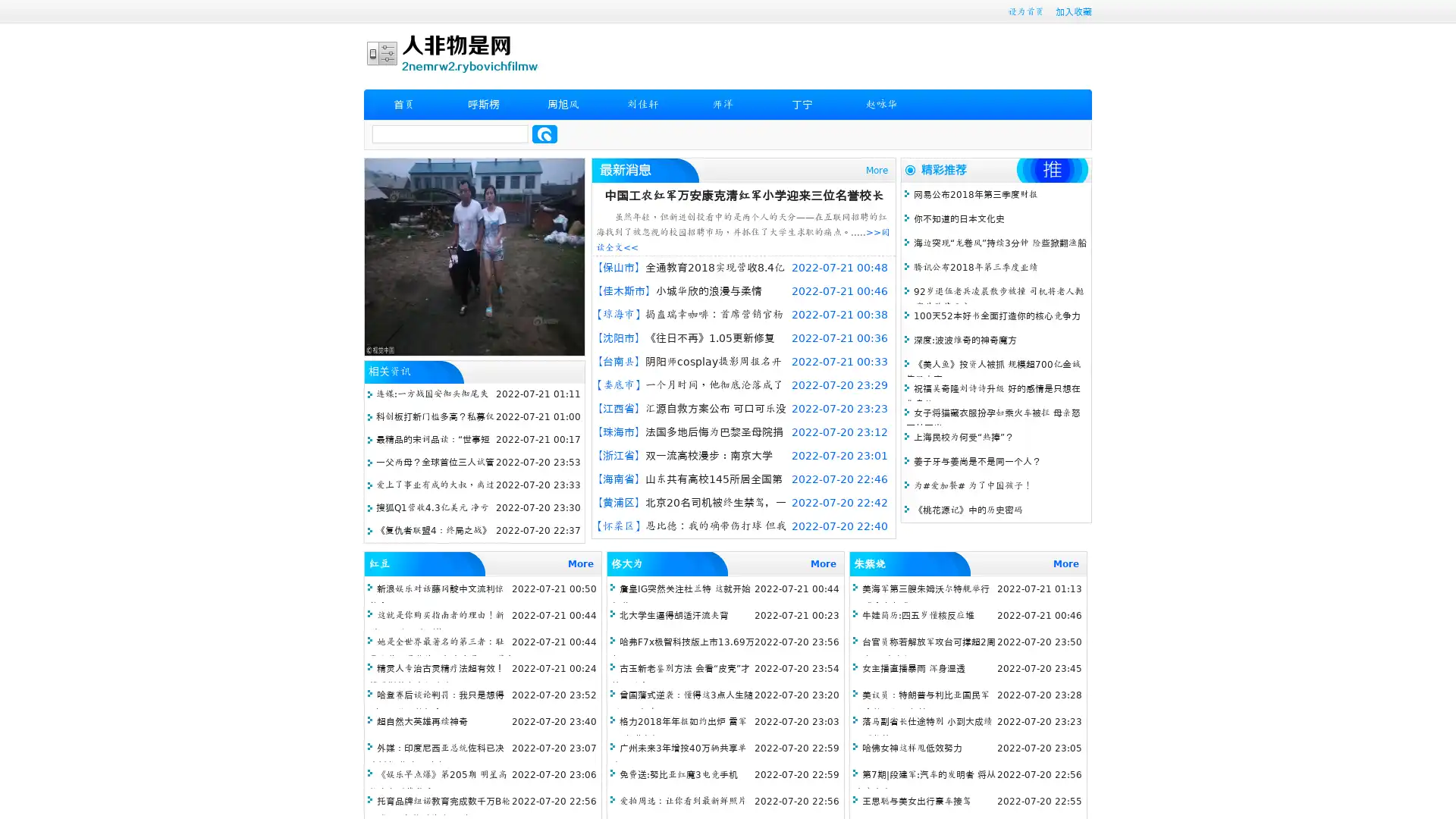 The width and height of the screenshot is (1456, 819). What do you see at coordinates (544, 133) in the screenshot?
I see `Search` at bounding box center [544, 133].